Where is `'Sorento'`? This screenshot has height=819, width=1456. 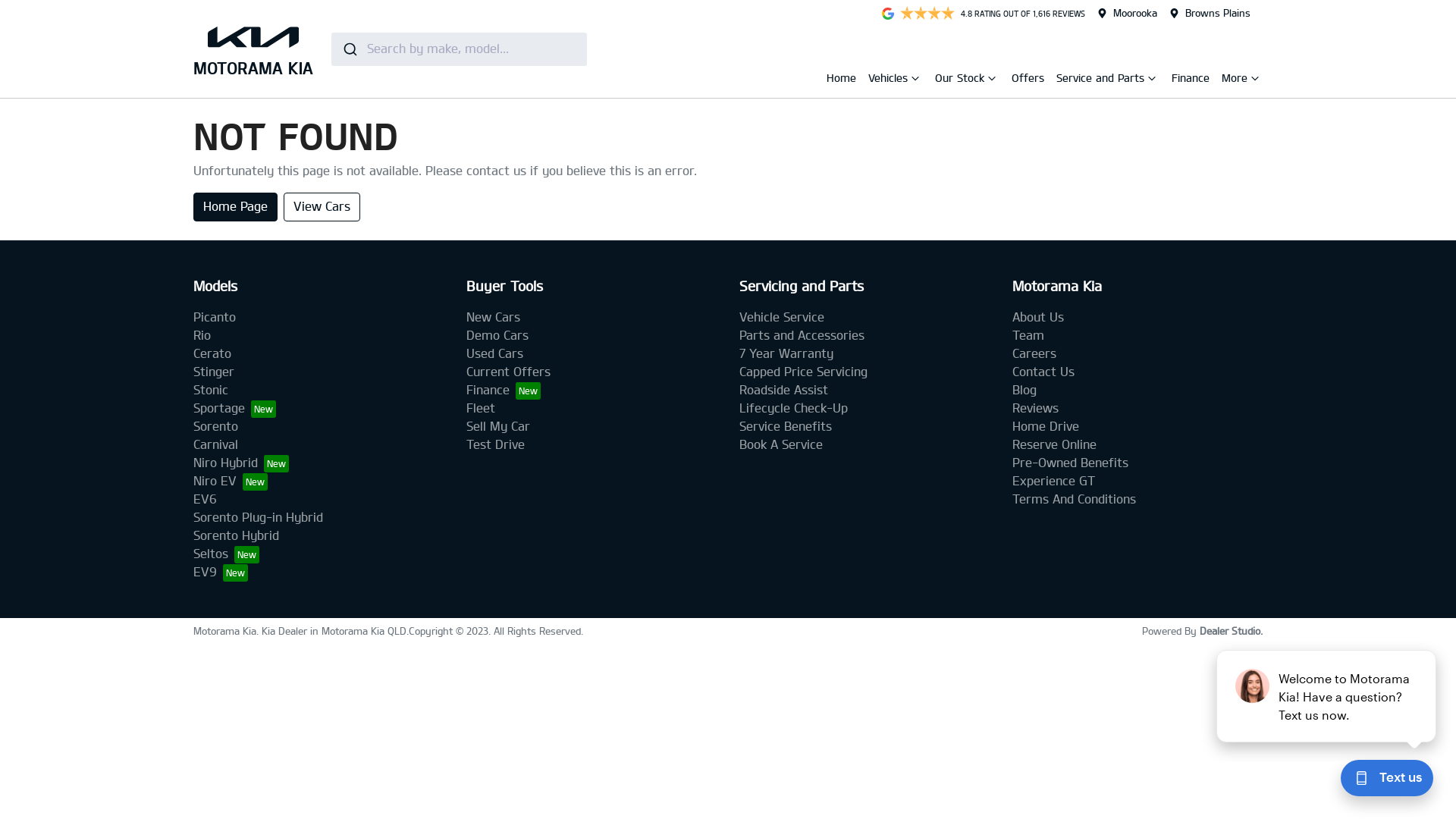
'Sorento' is located at coordinates (215, 426).